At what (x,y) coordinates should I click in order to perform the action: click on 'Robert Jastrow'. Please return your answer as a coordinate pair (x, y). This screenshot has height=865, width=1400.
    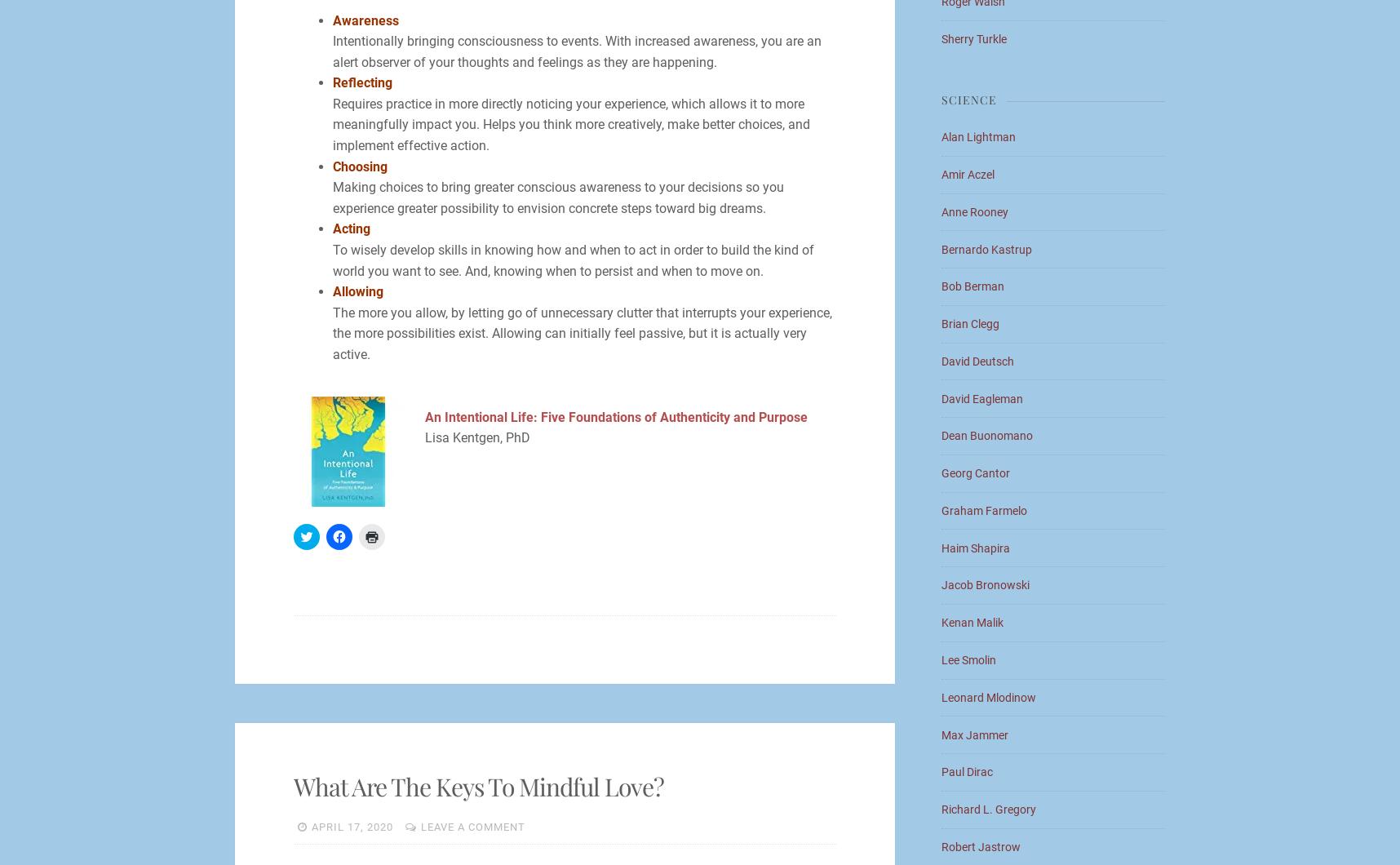
    Looking at the image, I should click on (981, 845).